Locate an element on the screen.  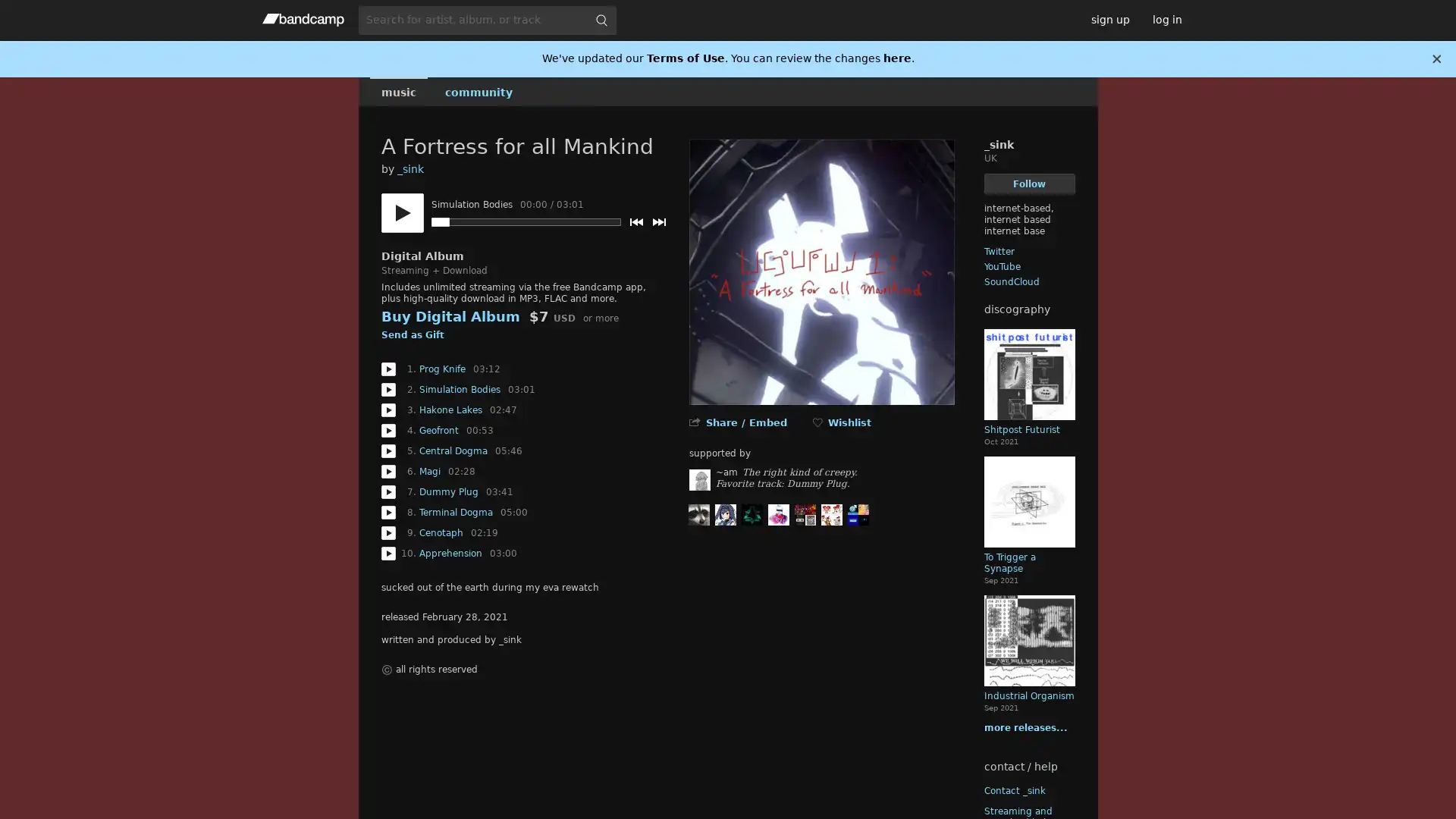
Play Apprehension is located at coordinates (388, 553).